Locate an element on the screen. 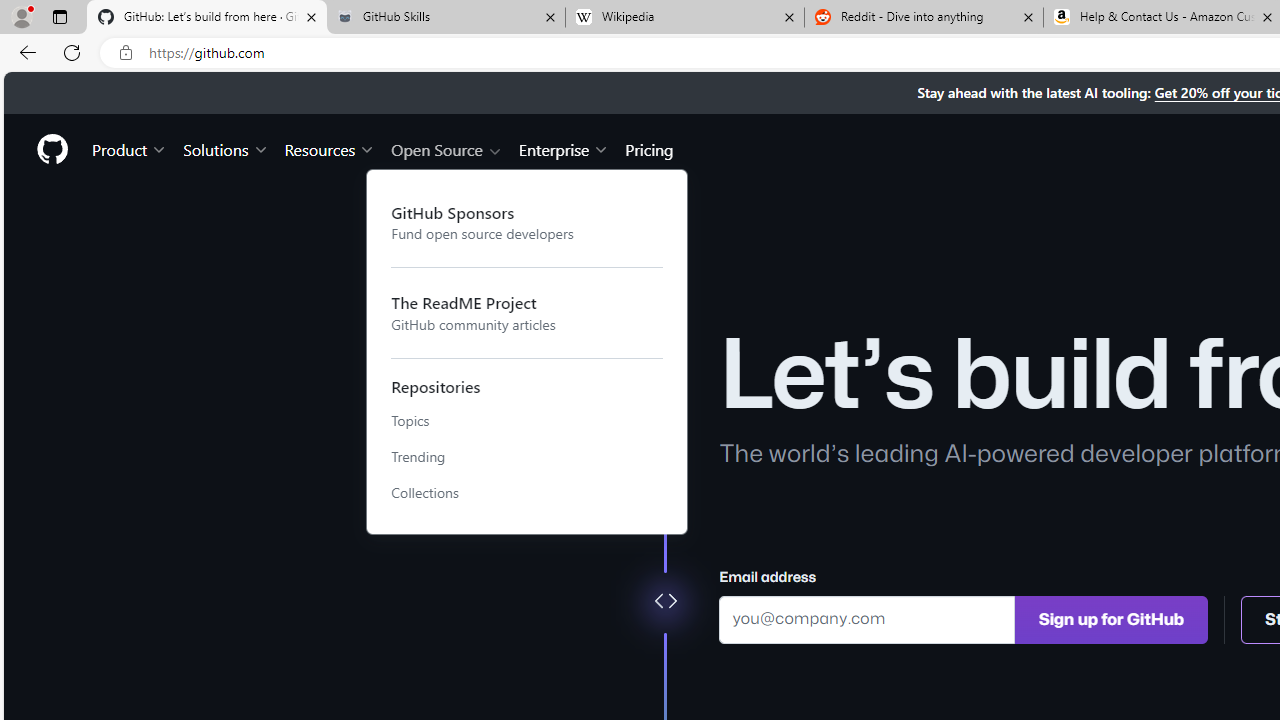 The height and width of the screenshot is (720, 1280). 'Product' is located at coordinates (129, 148).